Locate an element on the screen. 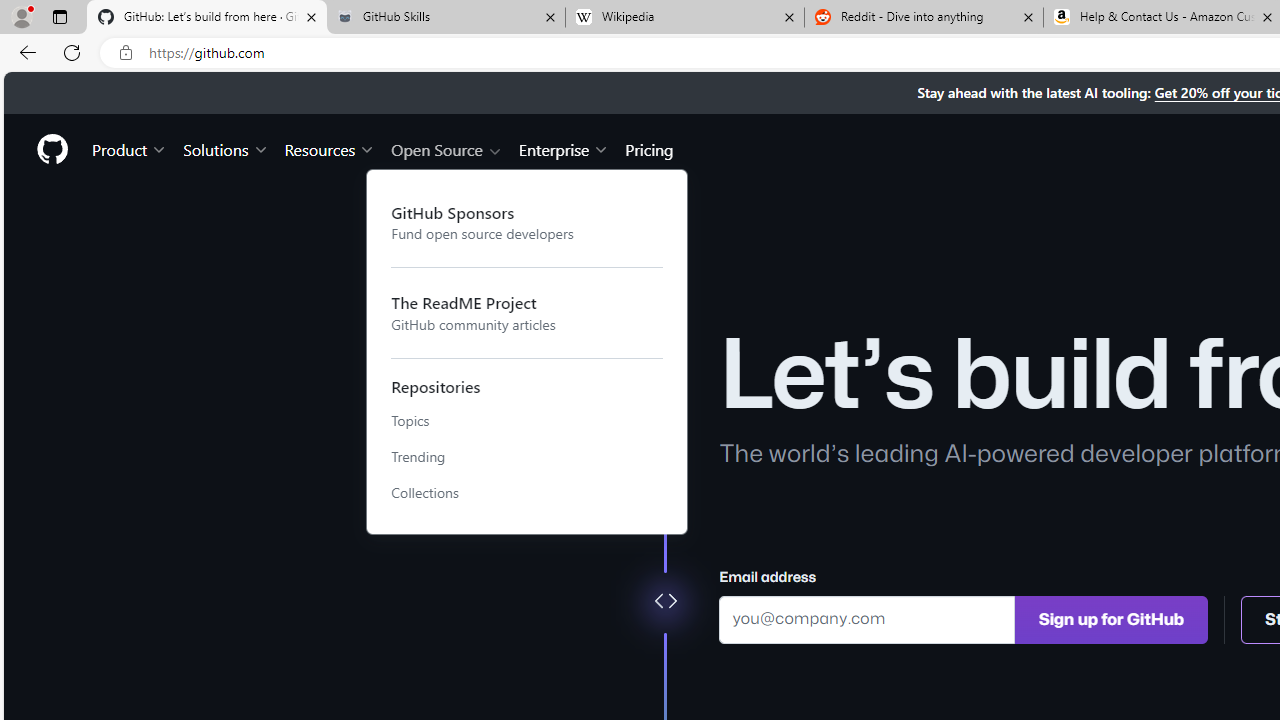 The height and width of the screenshot is (720, 1280). 'Product' is located at coordinates (129, 148).